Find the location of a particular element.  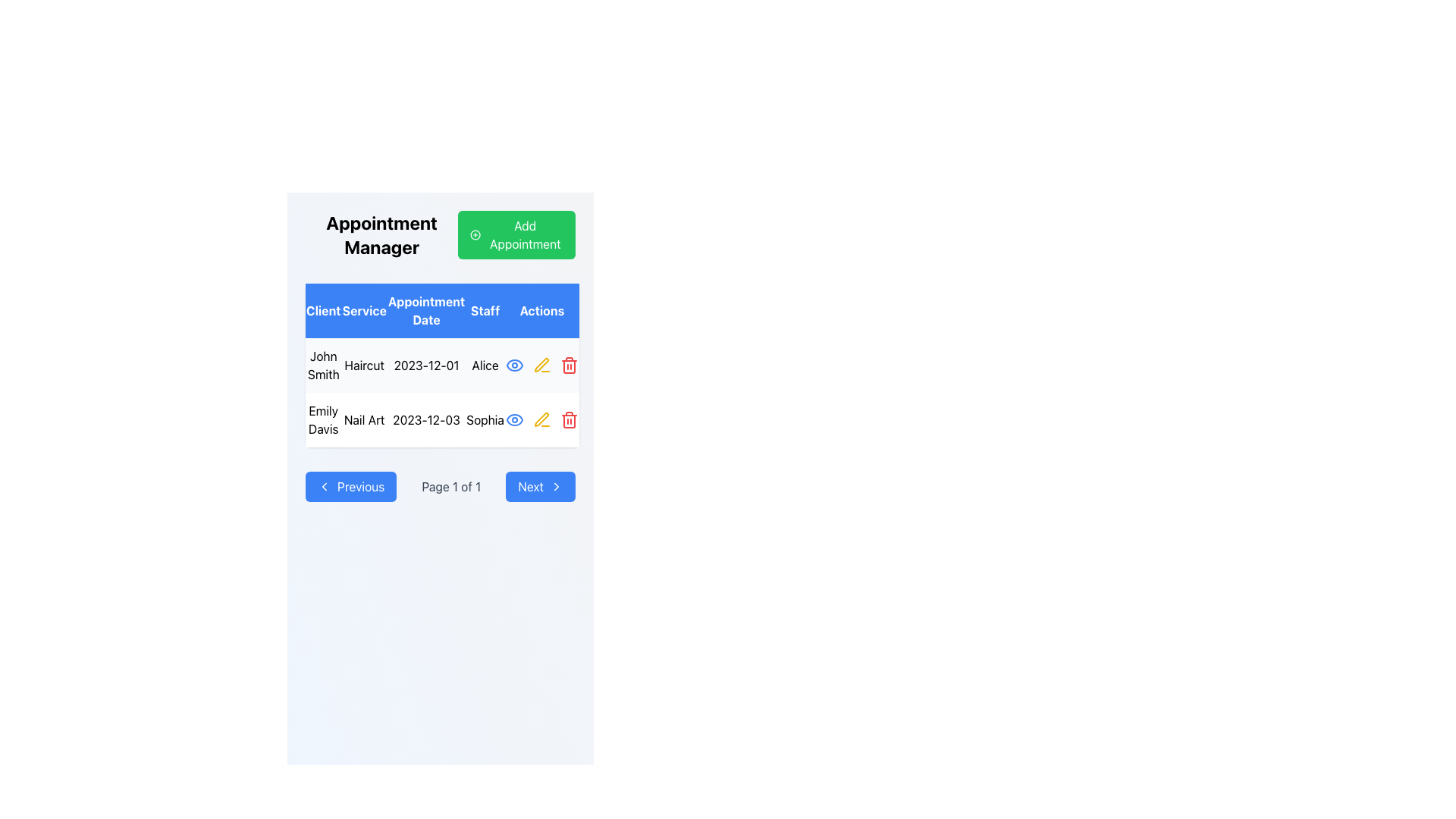

the second 'delete' icon in the 'Actions' column of the table corresponding to 'Emily Davis - Nail Art' is located at coordinates (568, 421).